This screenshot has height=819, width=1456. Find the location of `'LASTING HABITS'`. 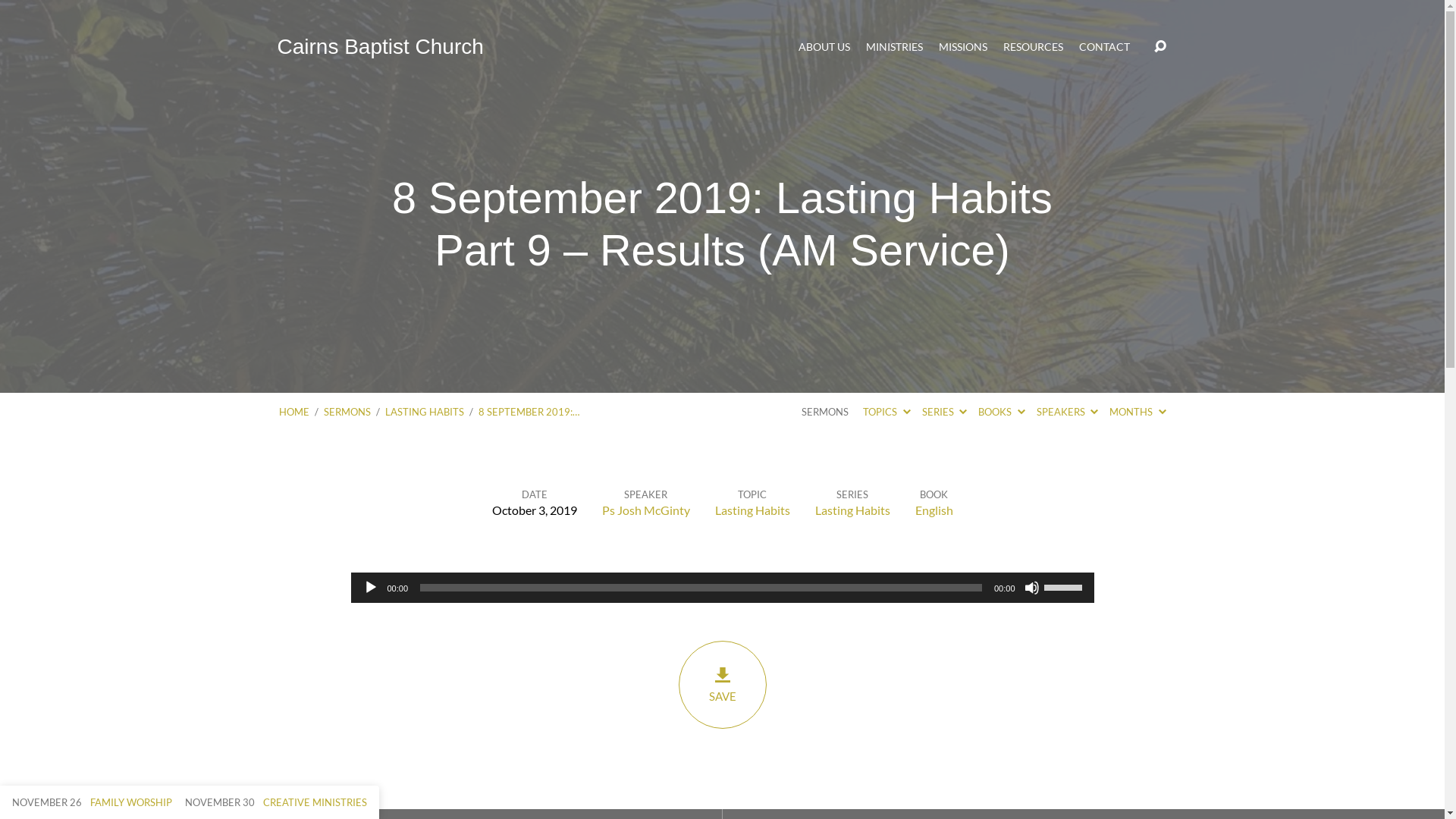

'LASTING HABITS' is located at coordinates (425, 412).